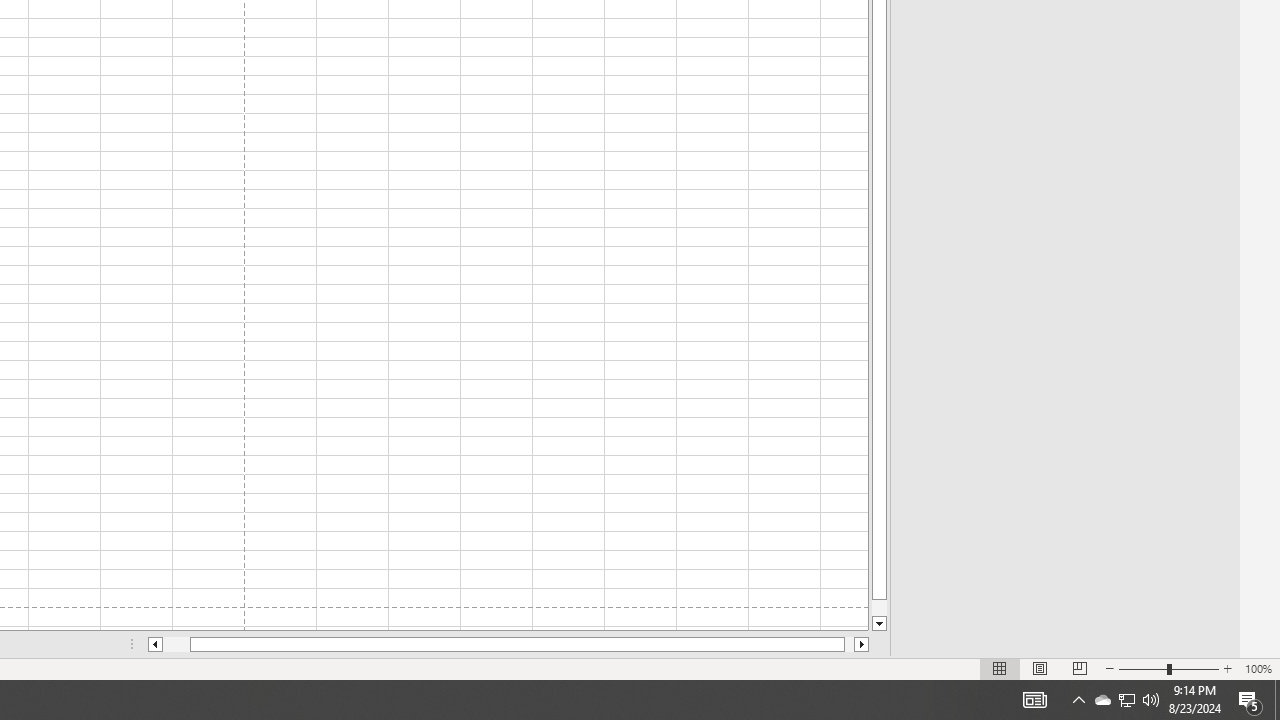  Describe the element at coordinates (862, 644) in the screenshot. I see `'Column right'` at that location.